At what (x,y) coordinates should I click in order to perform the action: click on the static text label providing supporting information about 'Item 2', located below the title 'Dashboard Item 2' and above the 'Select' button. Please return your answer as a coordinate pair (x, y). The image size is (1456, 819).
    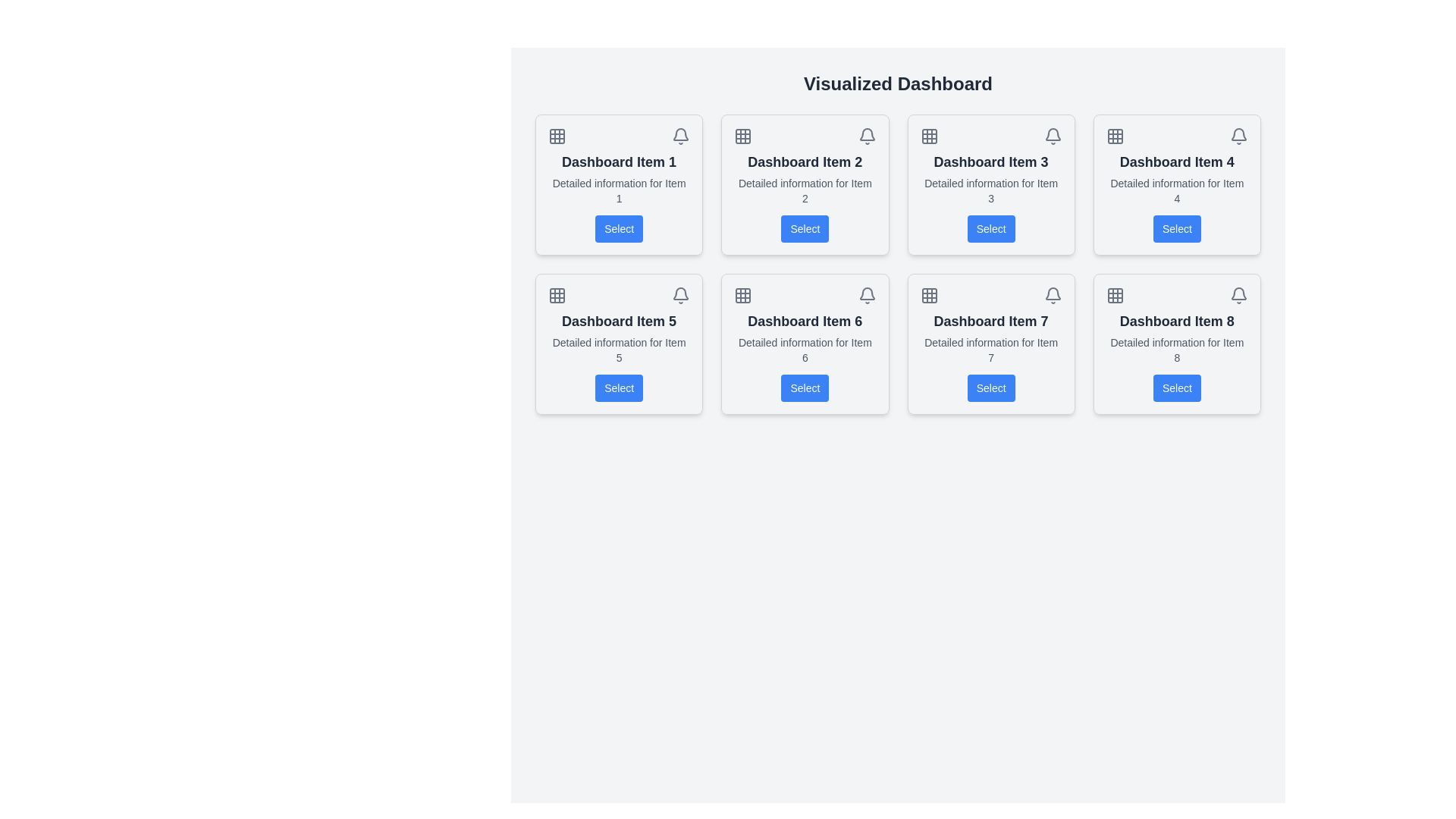
    Looking at the image, I should click on (804, 190).